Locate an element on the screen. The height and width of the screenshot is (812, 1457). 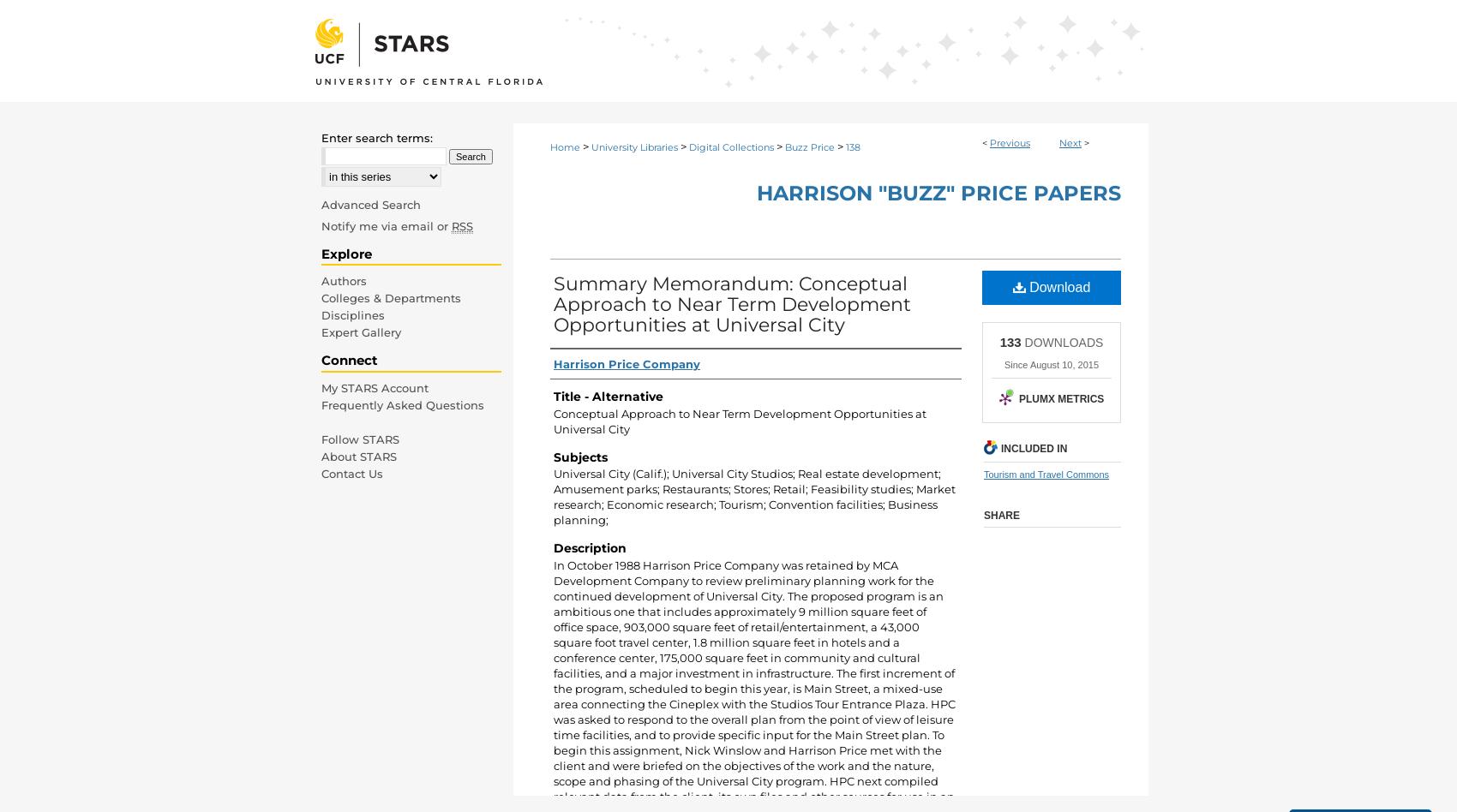
'Authors' is located at coordinates (343, 281).